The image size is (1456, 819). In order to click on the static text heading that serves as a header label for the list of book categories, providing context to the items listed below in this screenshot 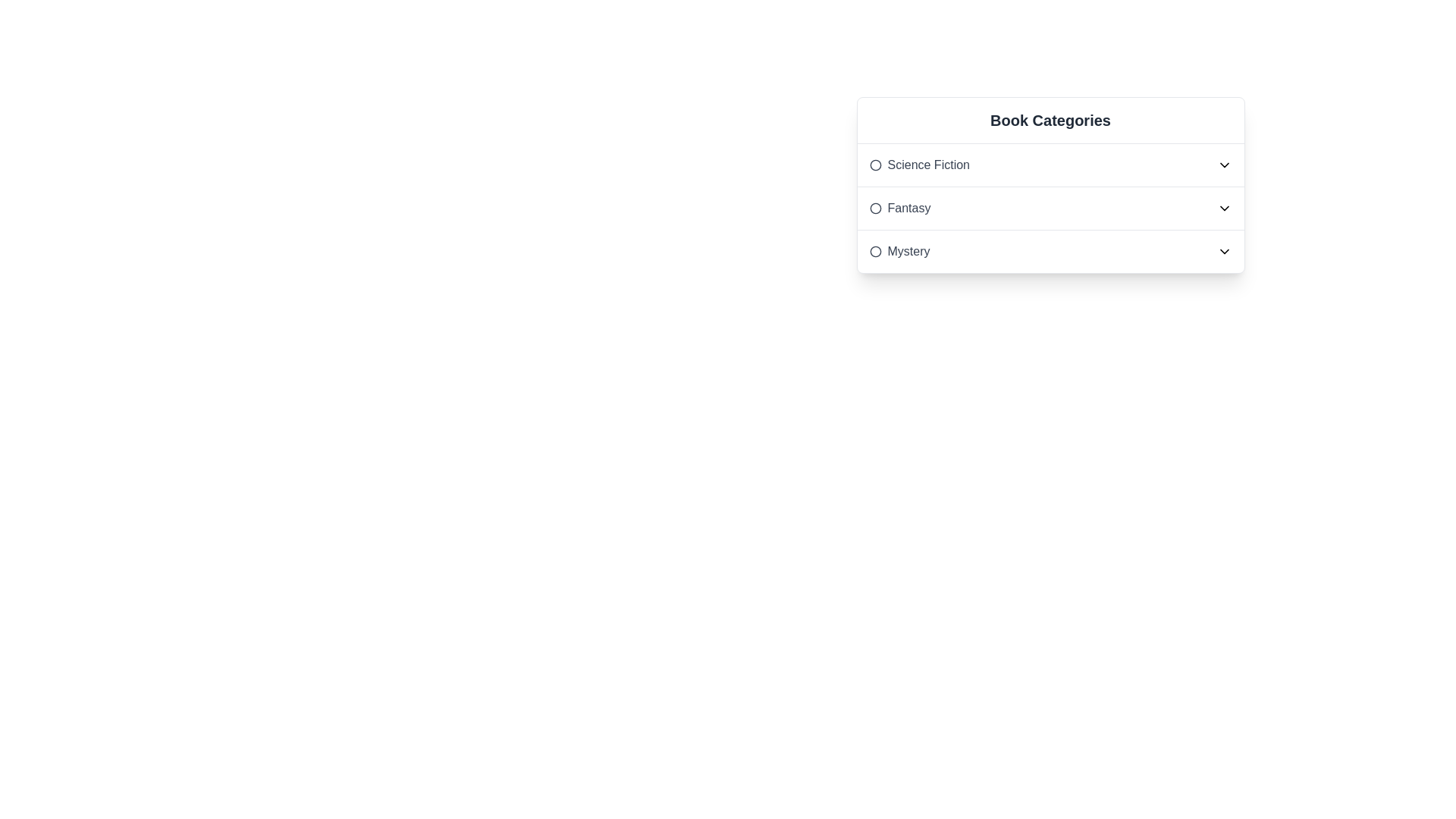, I will do `click(1050, 120)`.